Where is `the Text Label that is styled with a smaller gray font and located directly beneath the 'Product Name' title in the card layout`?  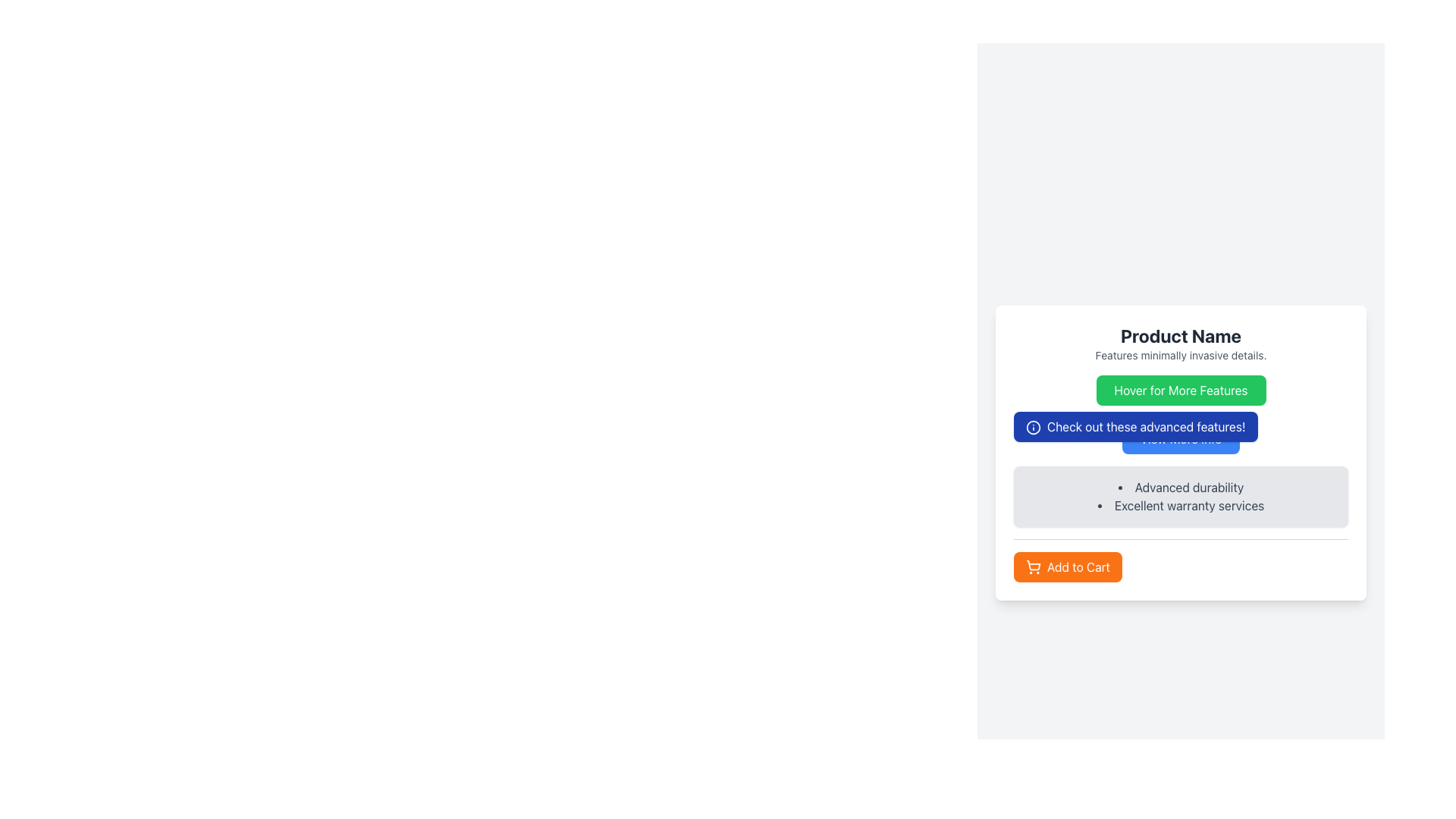 the Text Label that is styled with a smaller gray font and located directly beneath the 'Product Name' title in the card layout is located at coordinates (1180, 355).